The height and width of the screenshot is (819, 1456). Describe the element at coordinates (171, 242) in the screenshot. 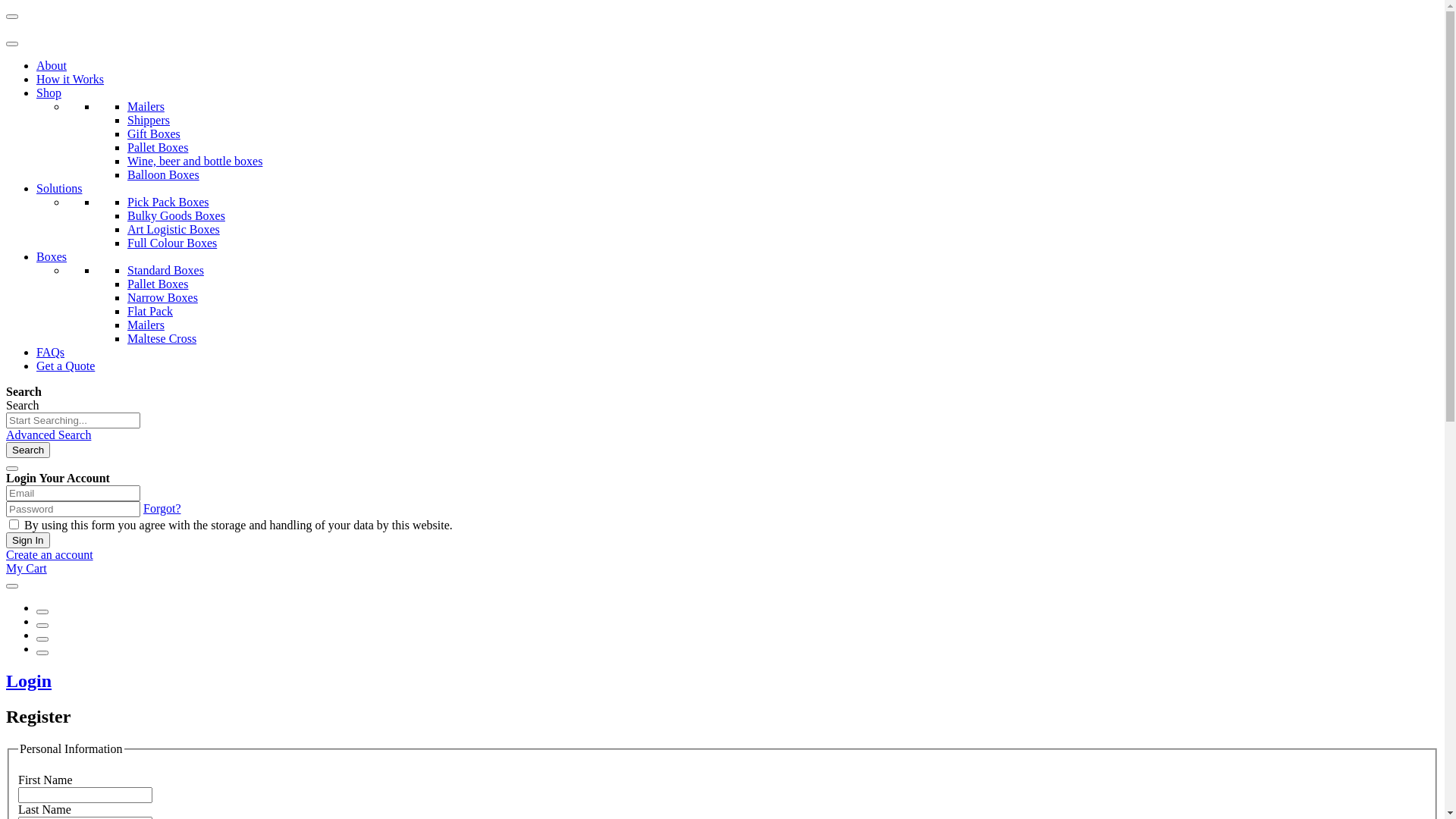

I see `'Full Colour Boxes'` at that location.